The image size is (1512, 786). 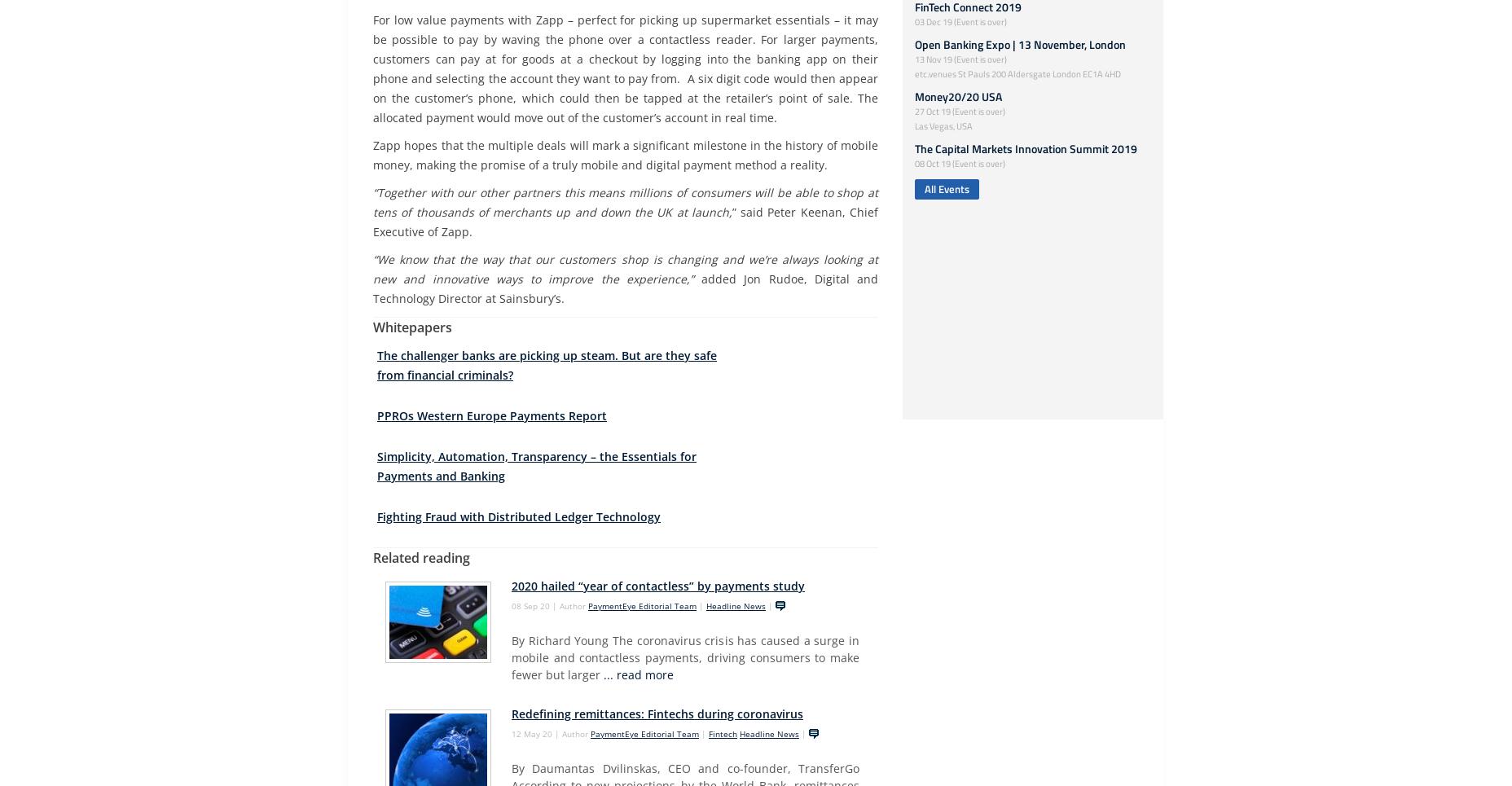 What do you see at coordinates (373, 155) in the screenshot?
I see `'Zapp hopes that the multiple deals will mark a significant milestone in the history of mobile money, making the promise of a truly mobile and digital payment method a reality.'` at bounding box center [373, 155].